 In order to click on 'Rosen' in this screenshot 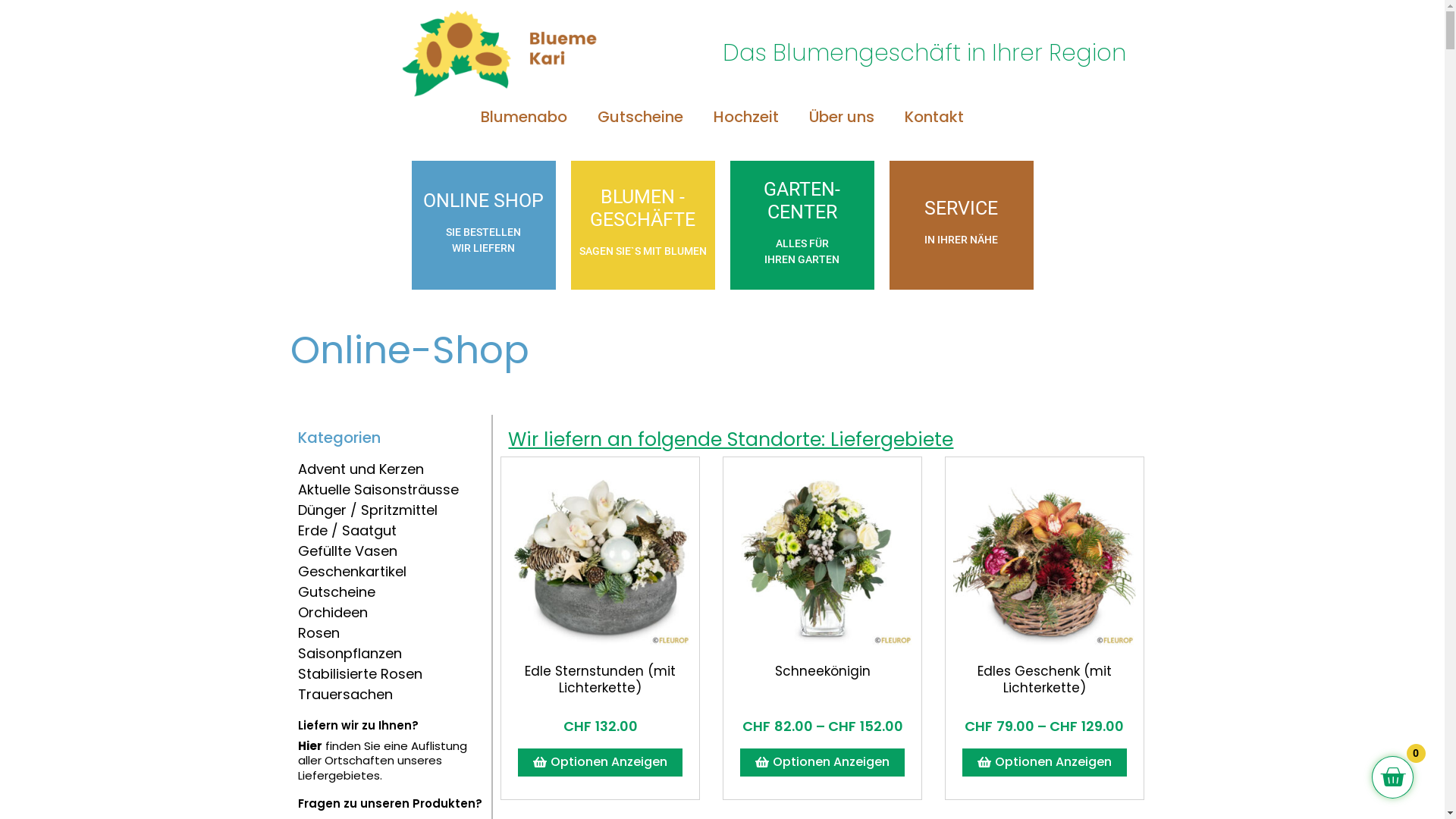, I will do `click(317, 632)`.